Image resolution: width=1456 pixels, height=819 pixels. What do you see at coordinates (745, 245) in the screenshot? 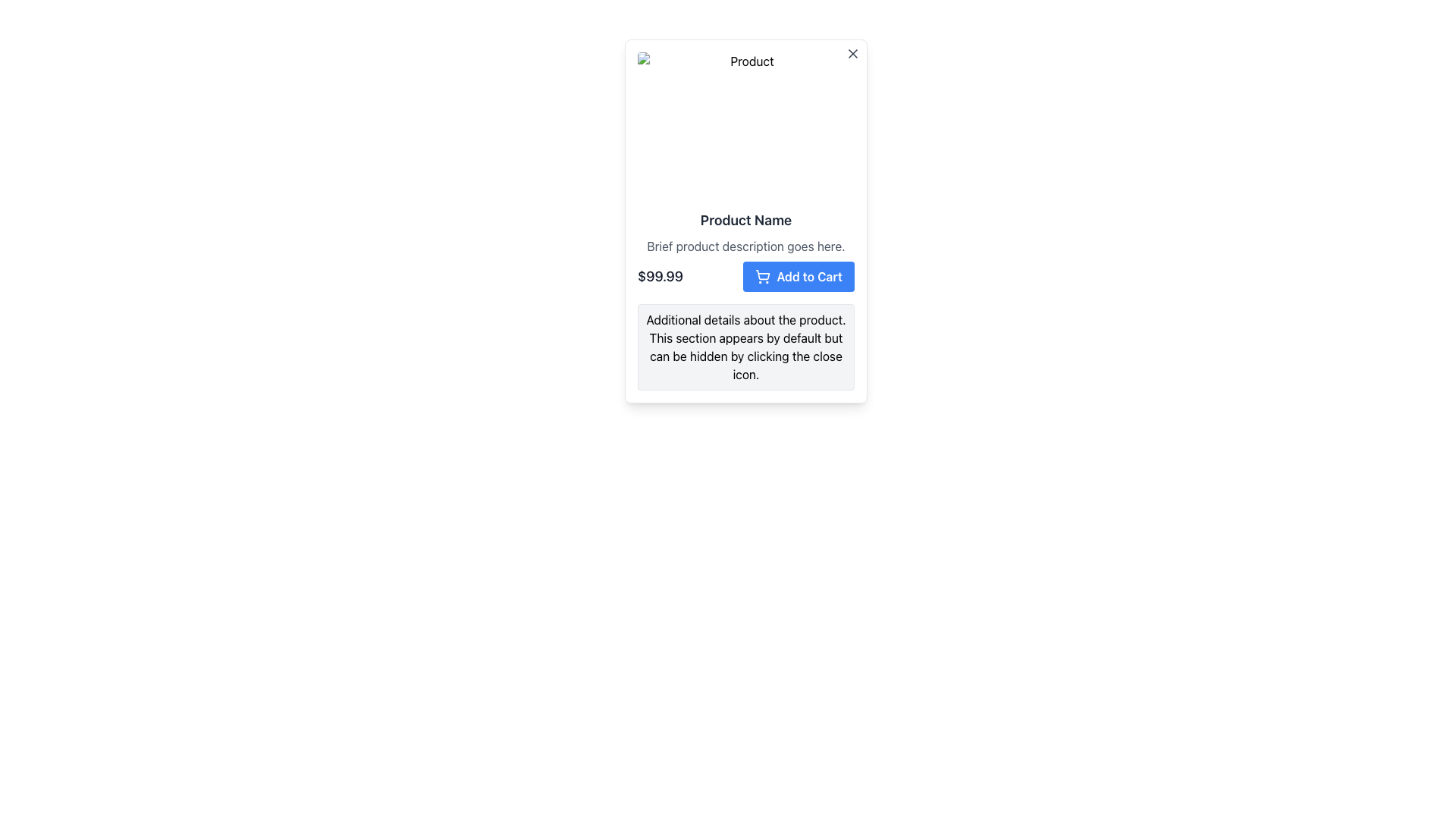
I see `the Text Component that provides a short, supplementary description of the product showcased in the product card layout, located directly below the product name and above the pricing and action button section` at bounding box center [745, 245].